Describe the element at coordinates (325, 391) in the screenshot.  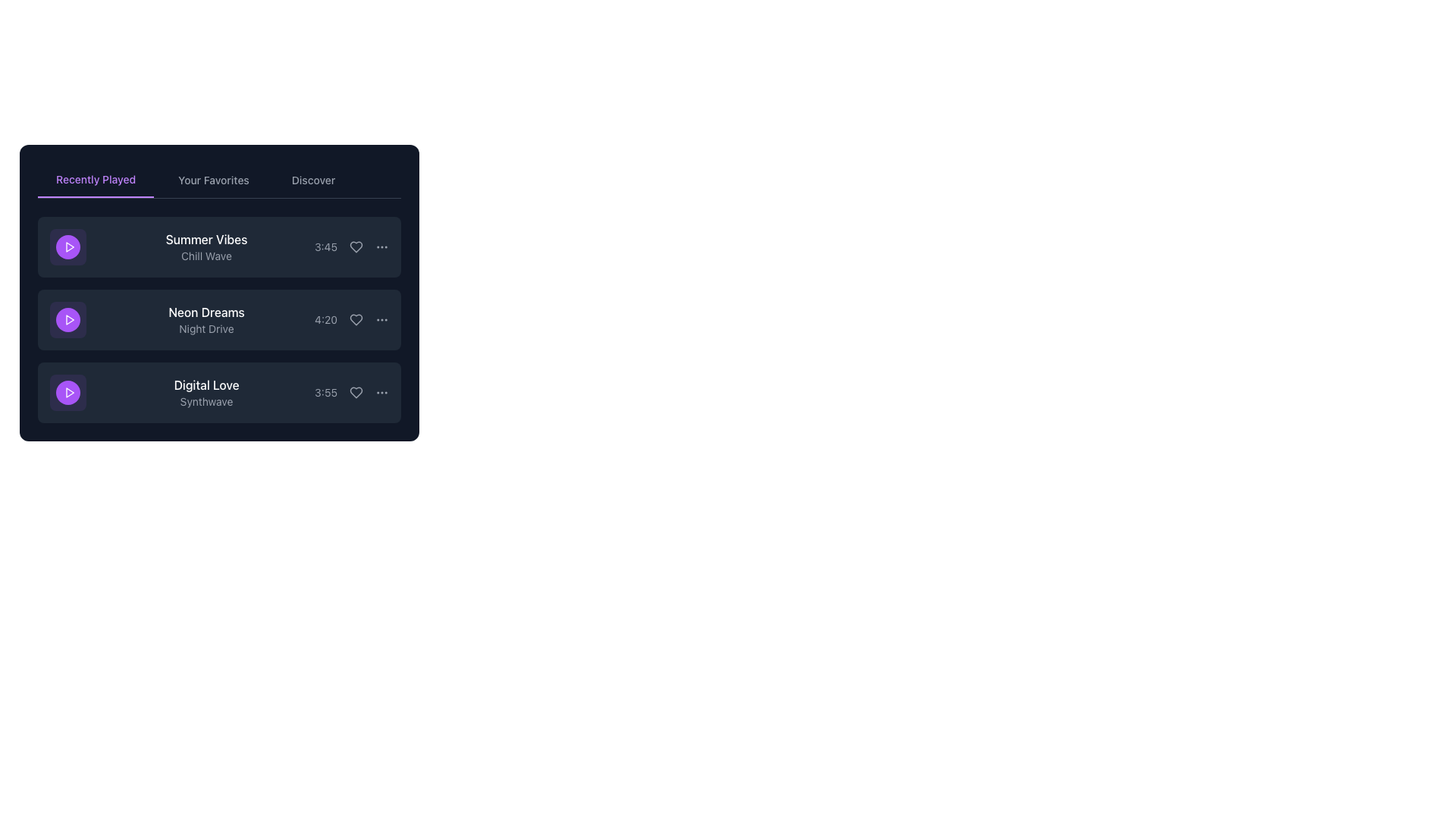
I see `value displayed in the Text Label showing the time '3:55', which is styled with gray color and positioned as the leftmost text element in the last entry of the vertical list` at that location.